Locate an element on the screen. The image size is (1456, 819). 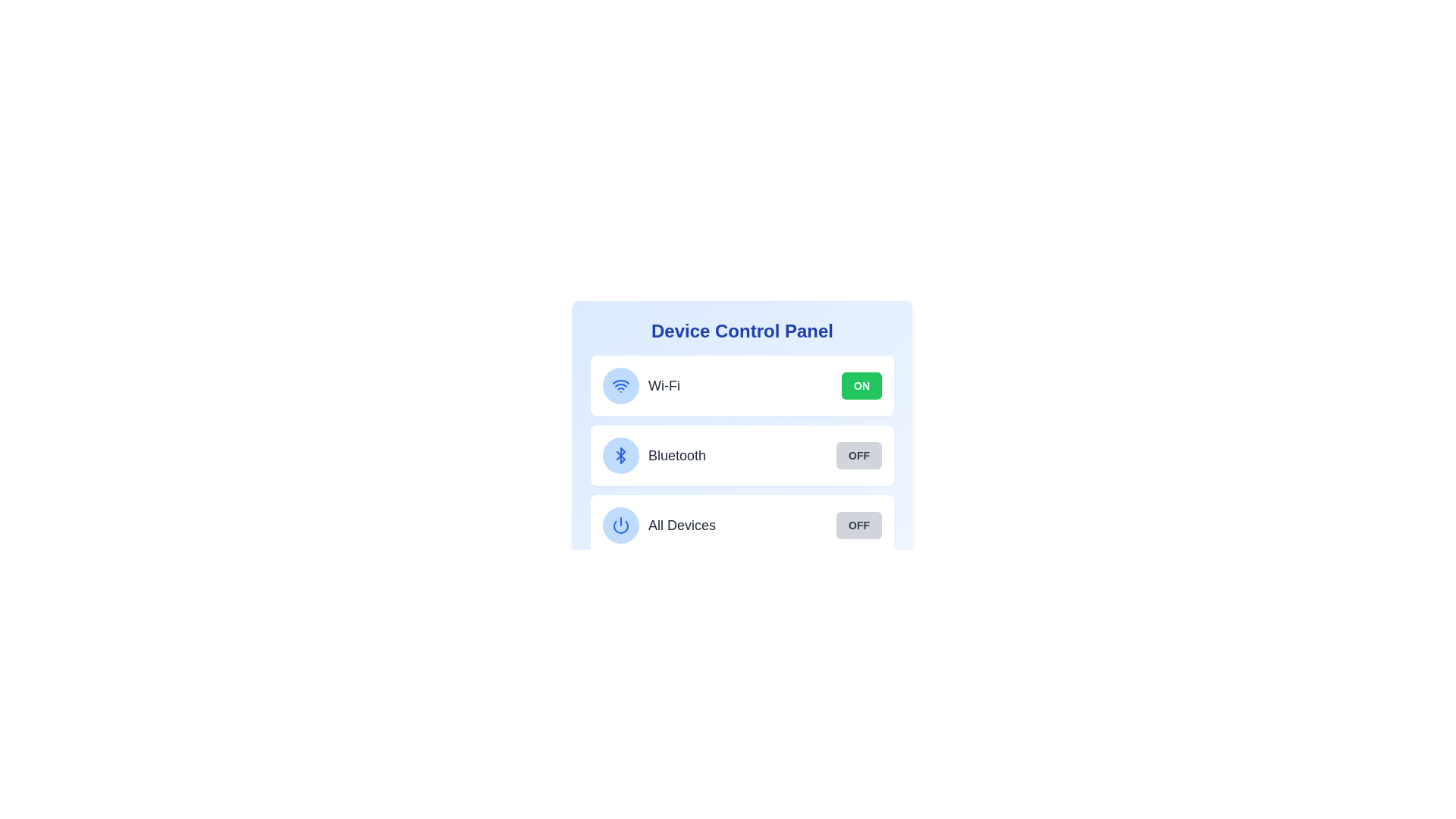
the power symbol icon, which is a blue circular outline with a vertical line in the center, located to the left of the 'All Devices' text in the last entry of the Device Control Panel is located at coordinates (621, 525).